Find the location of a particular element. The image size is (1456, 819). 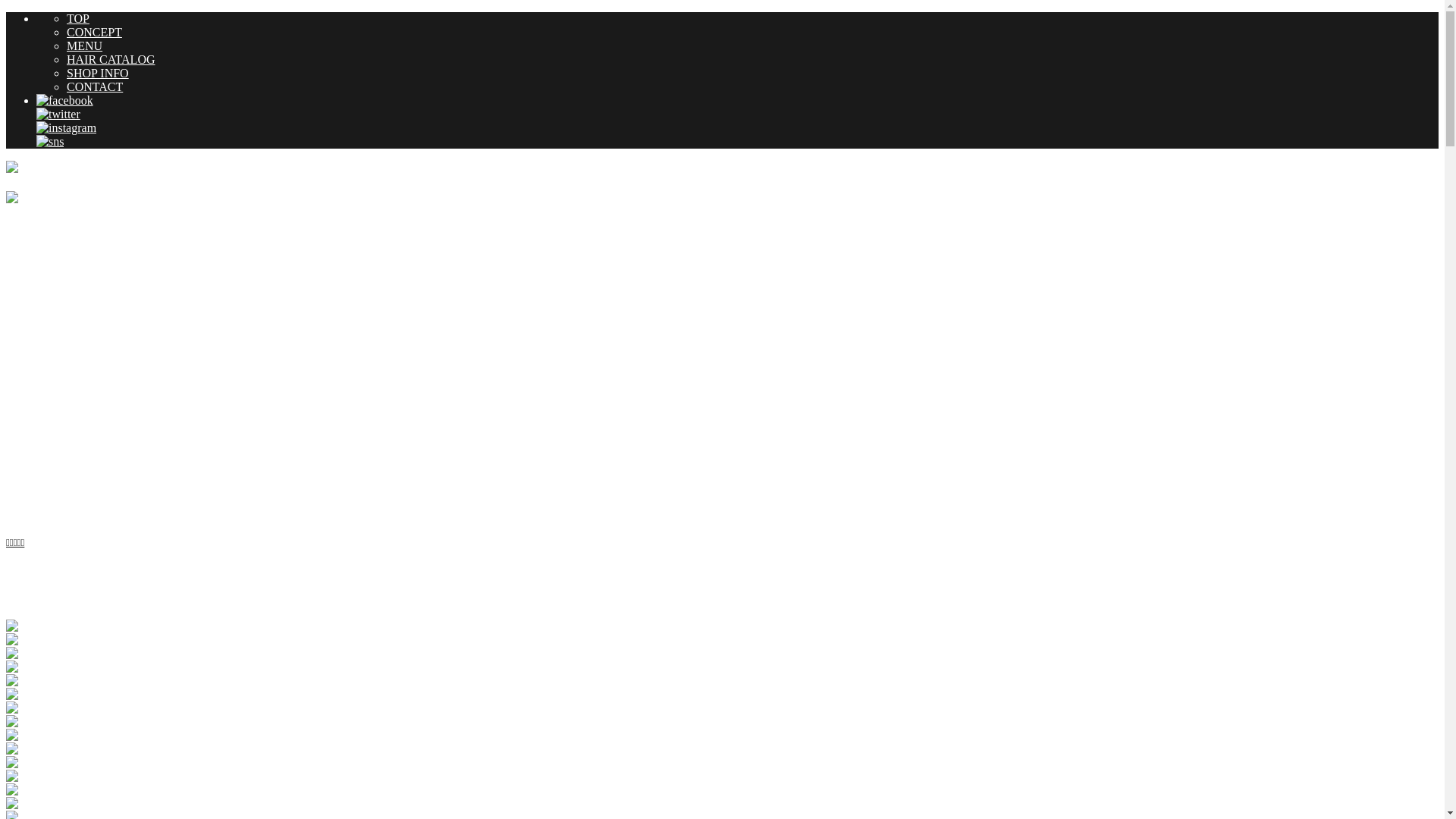

'CONTACT' is located at coordinates (93, 86).